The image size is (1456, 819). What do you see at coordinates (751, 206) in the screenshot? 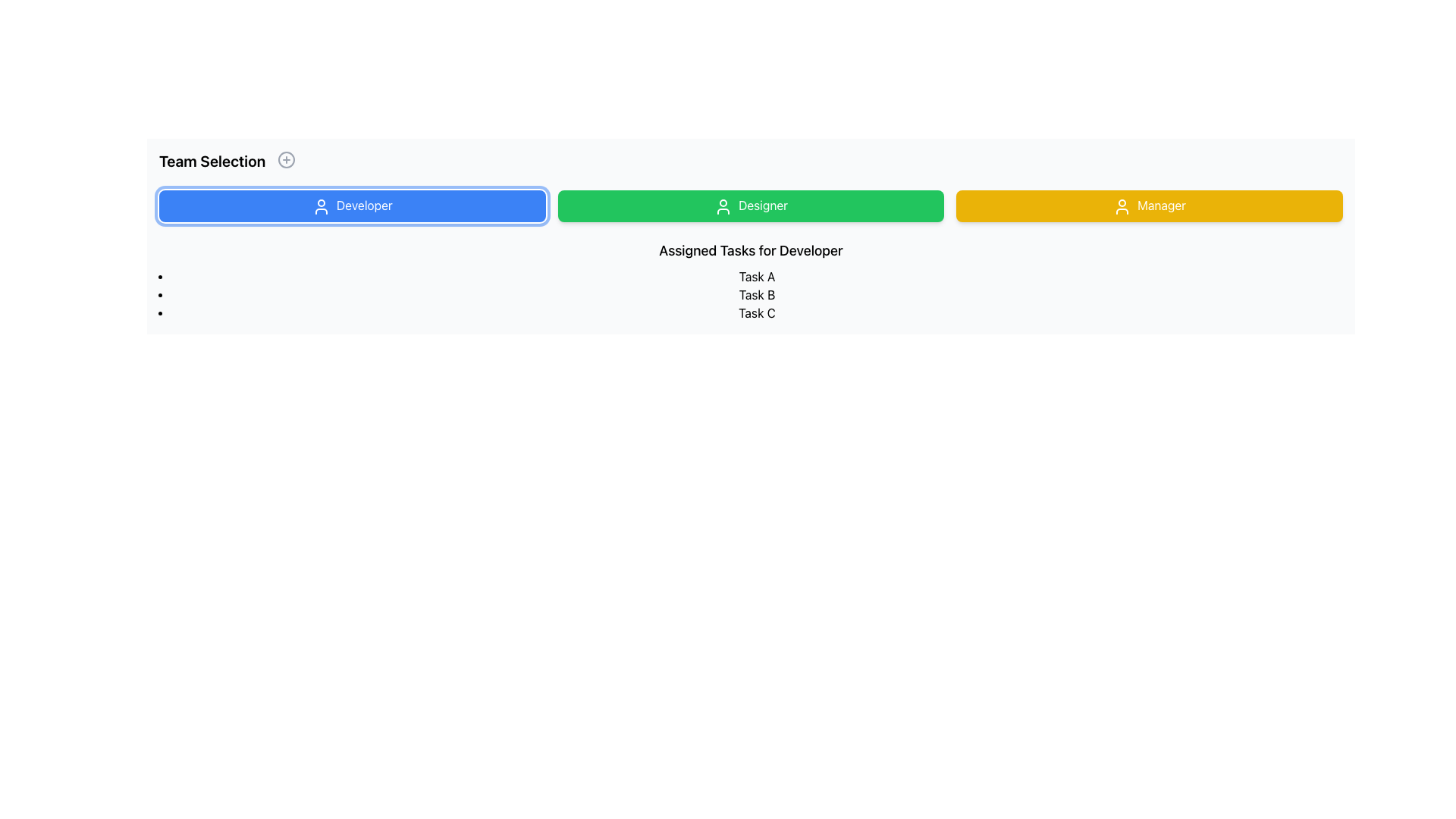
I see `the role selection button for 'Designer', which is the second button from the left` at bounding box center [751, 206].